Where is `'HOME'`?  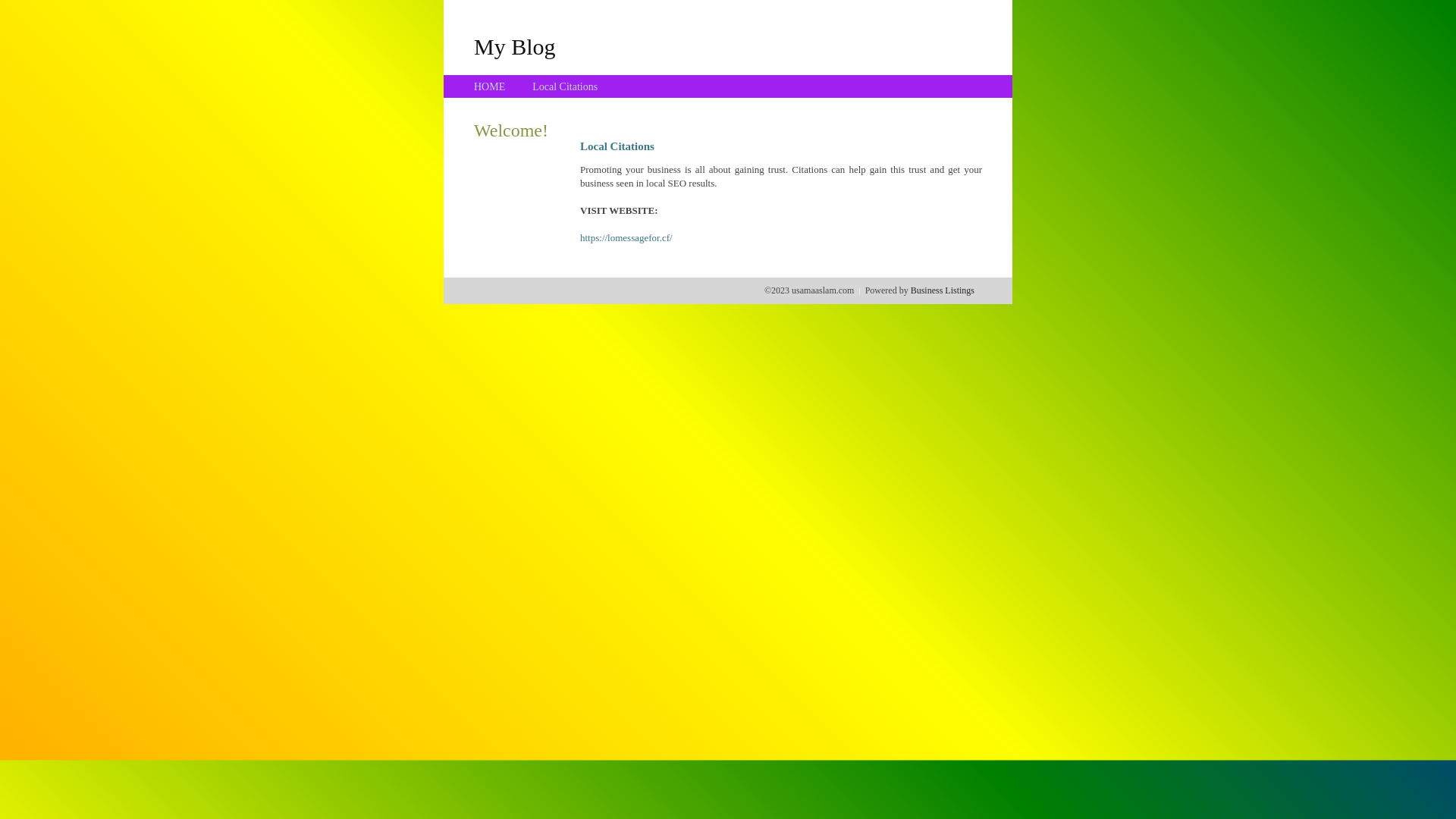
'HOME' is located at coordinates (489, 86).